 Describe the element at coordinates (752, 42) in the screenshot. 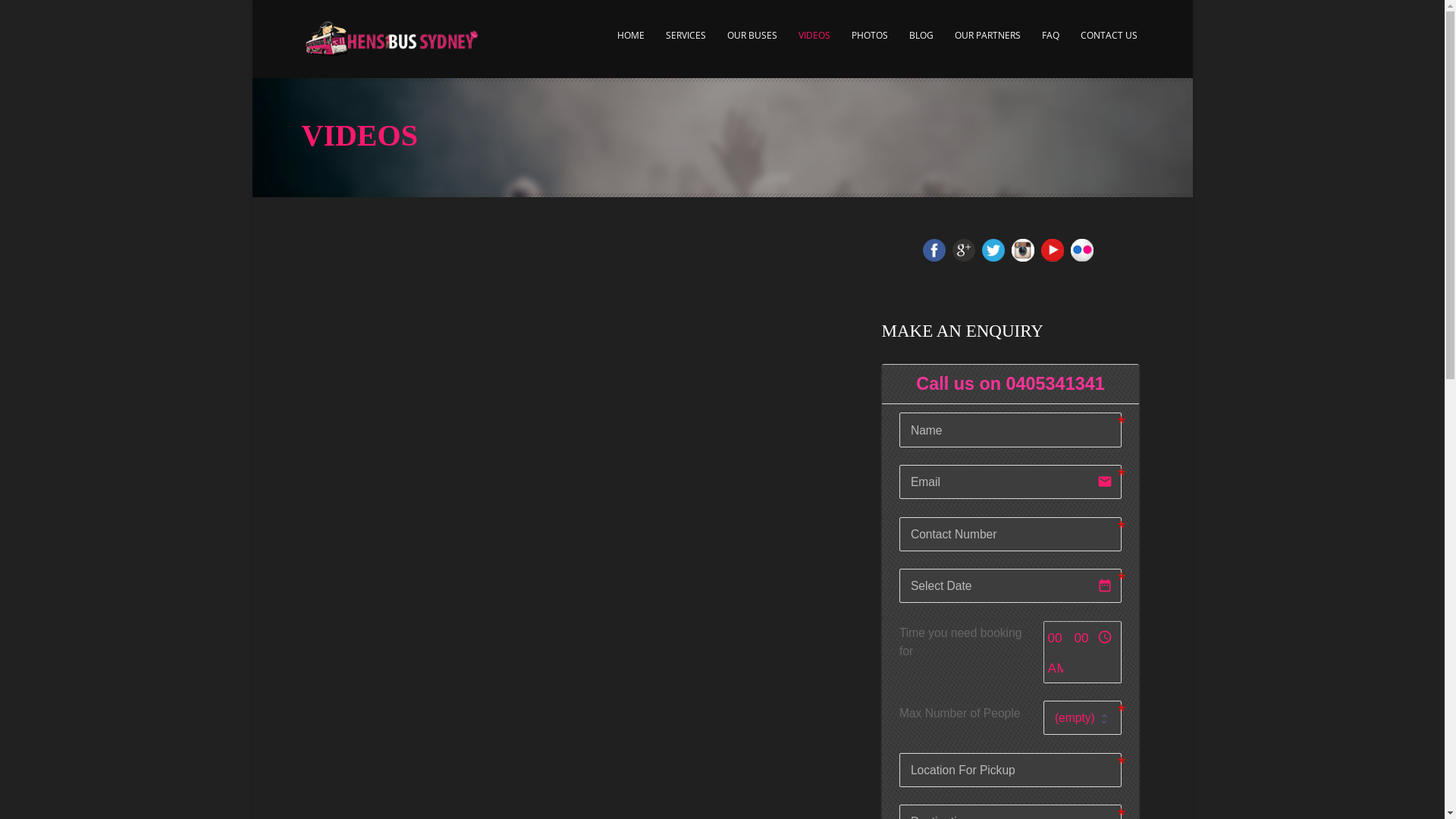

I see `'OUR BUSES'` at that location.